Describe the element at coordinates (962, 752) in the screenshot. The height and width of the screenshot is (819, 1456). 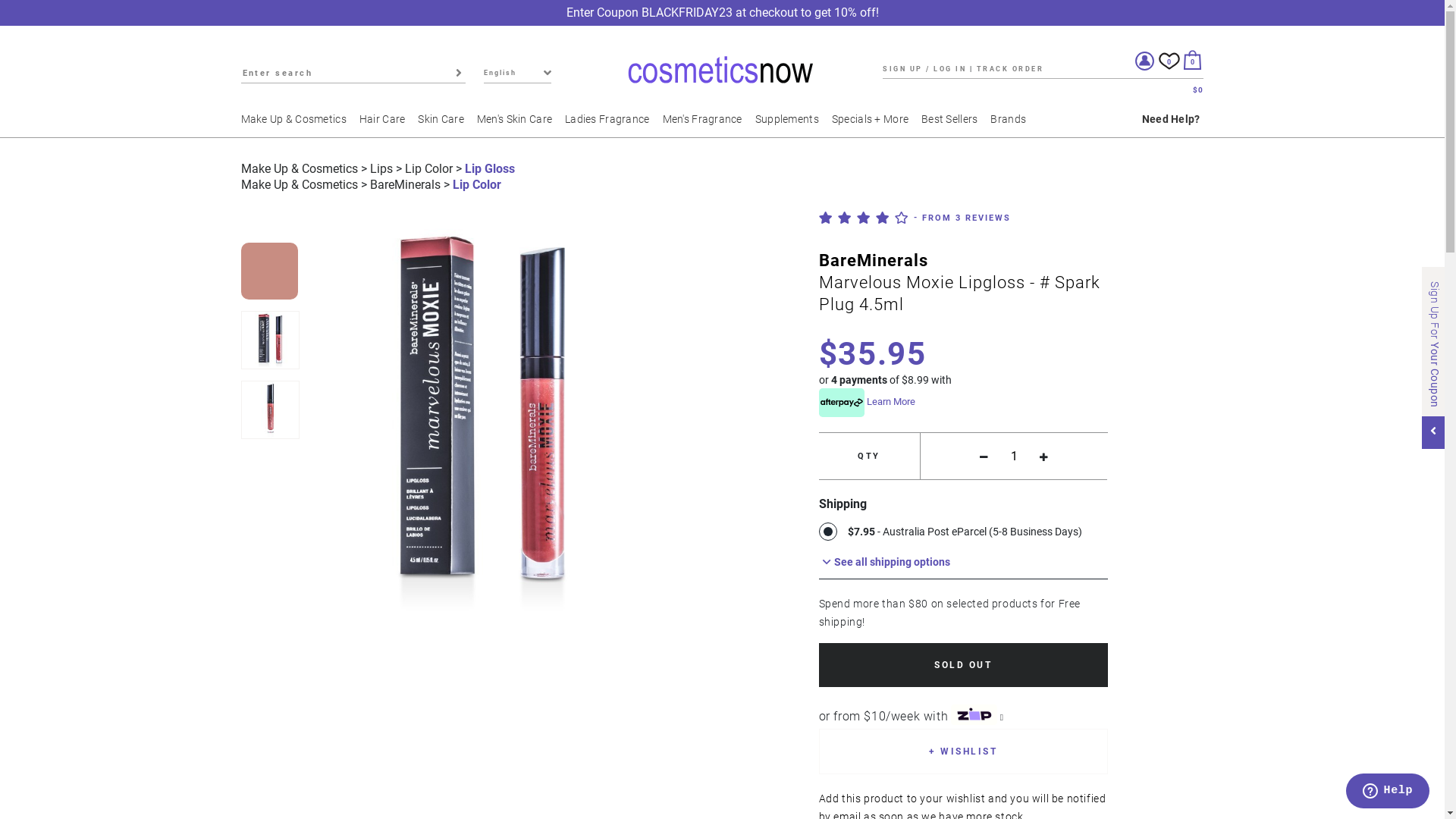
I see `'+ WISHLIST'` at that location.